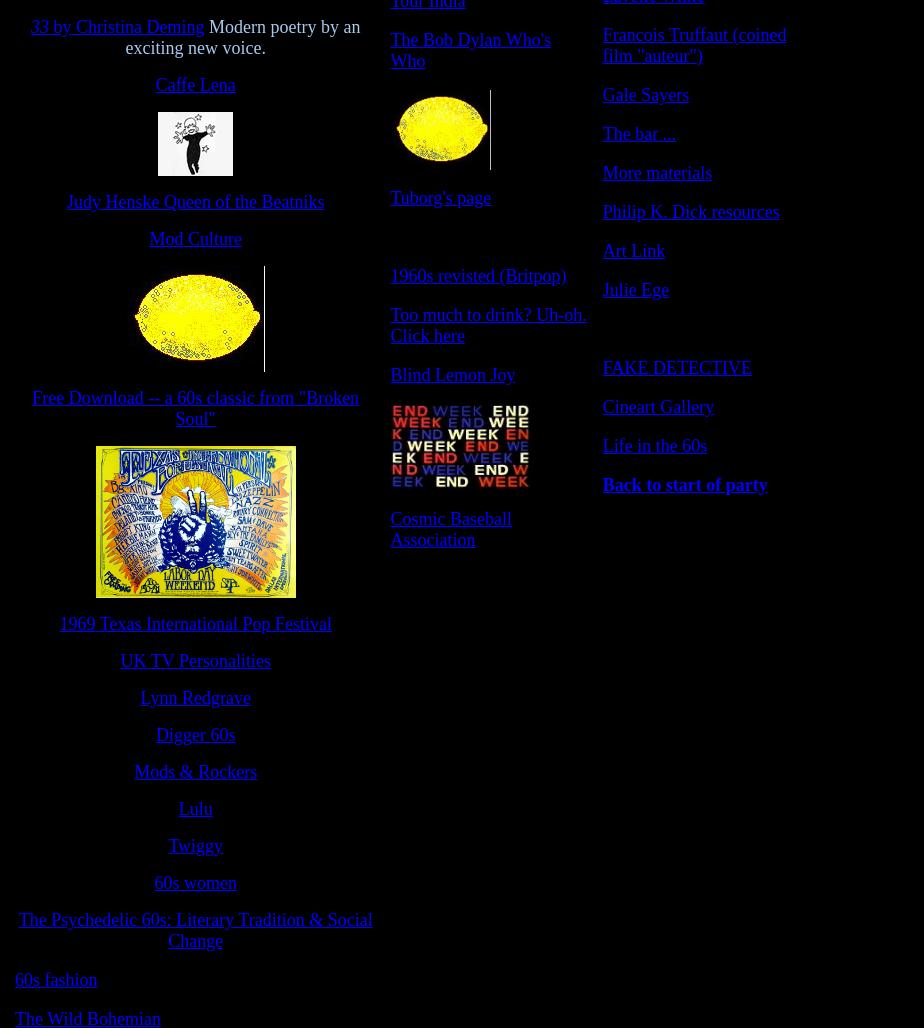 The height and width of the screenshot is (1028, 924). What do you see at coordinates (195, 845) in the screenshot?
I see `'Twiggy'` at bounding box center [195, 845].